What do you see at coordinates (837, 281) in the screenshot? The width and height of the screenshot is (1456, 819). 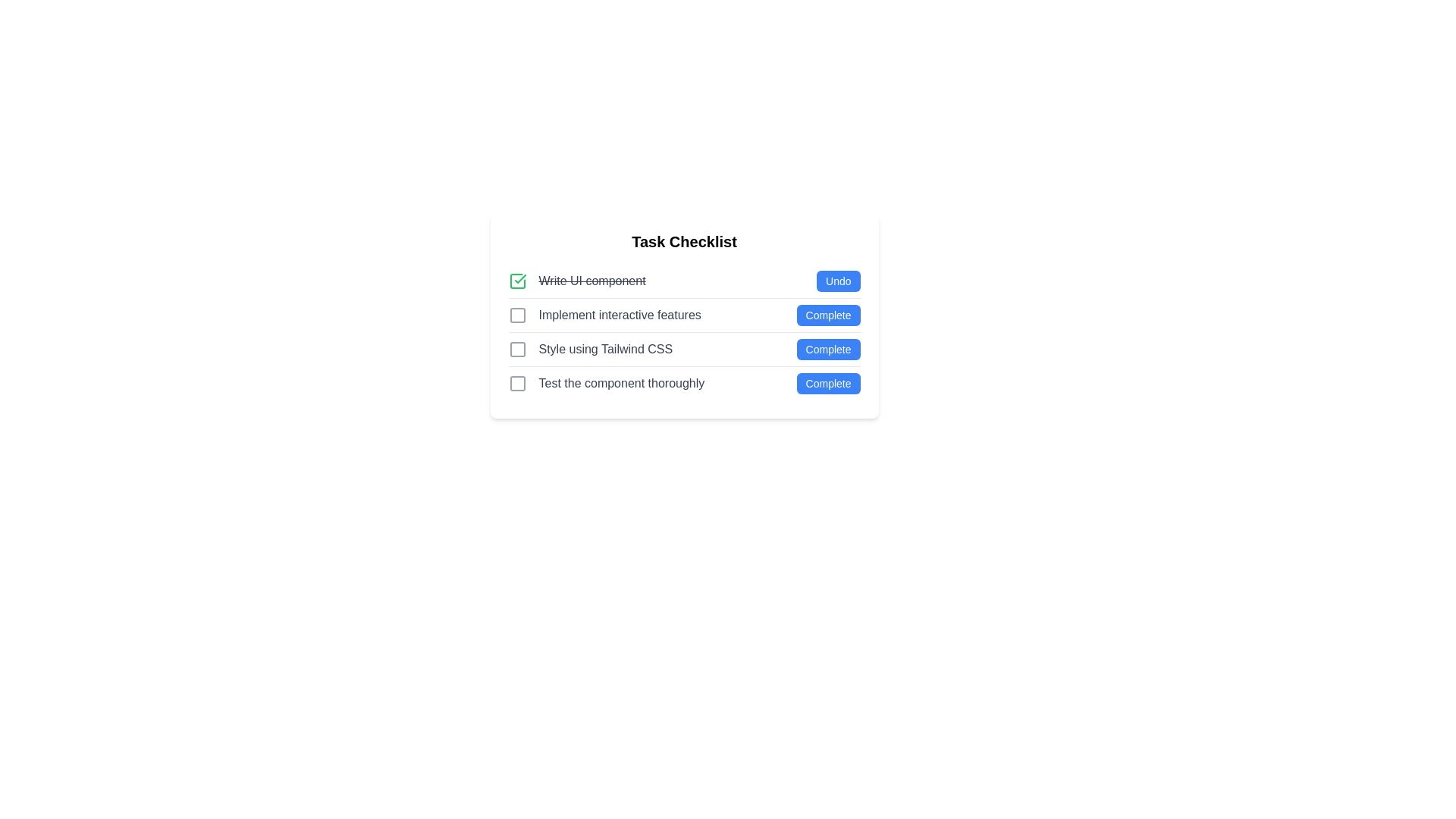 I see `the small rectangular blue button labeled 'Undo' with white text, located to the far right of the first row in the checklist adjacent to the strikethrough text 'Write UI component'` at bounding box center [837, 281].